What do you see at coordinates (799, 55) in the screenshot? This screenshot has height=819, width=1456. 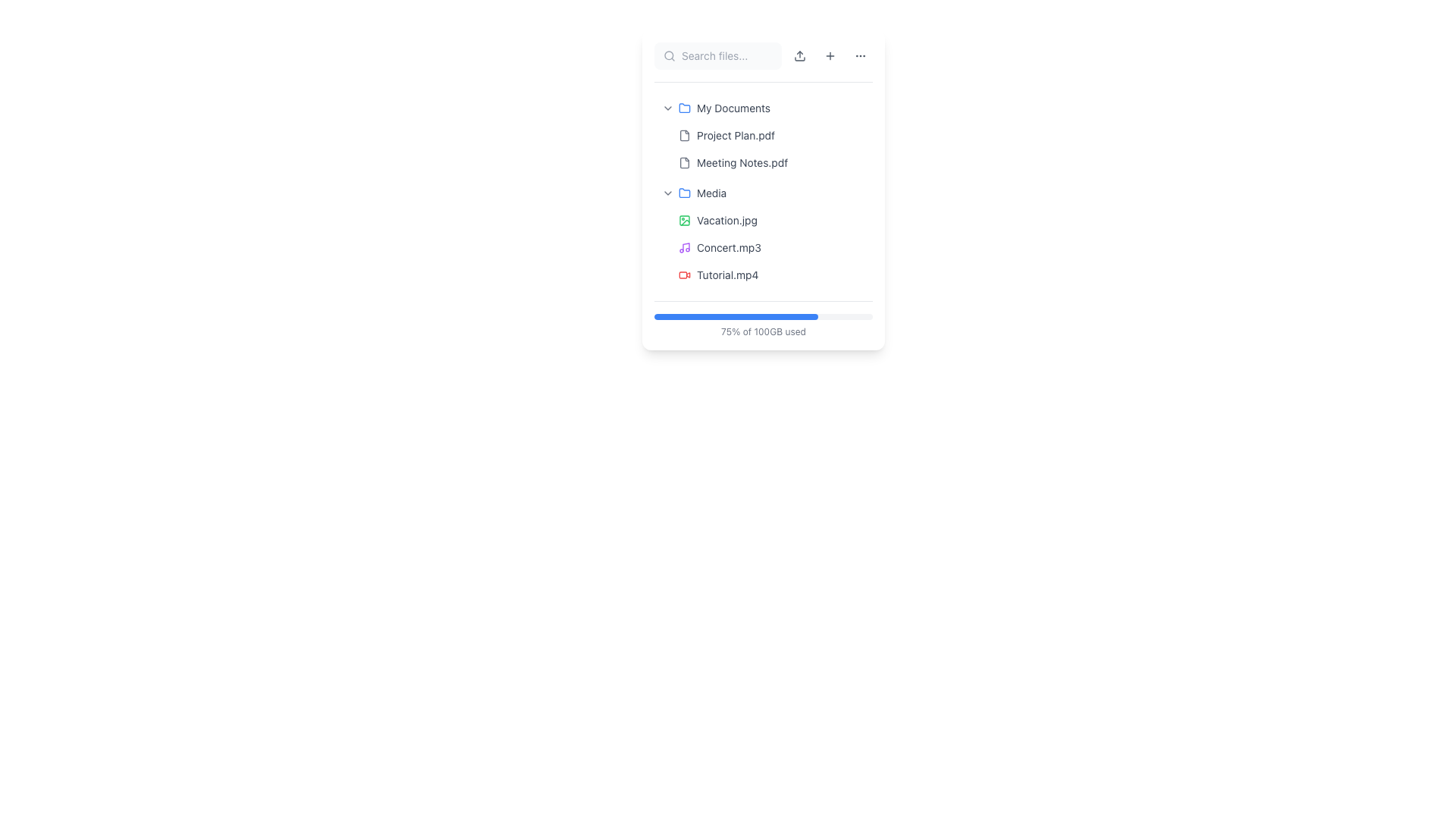 I see `the upload icon located at the top-right corner of the interface` at bounding box center [799, 55].